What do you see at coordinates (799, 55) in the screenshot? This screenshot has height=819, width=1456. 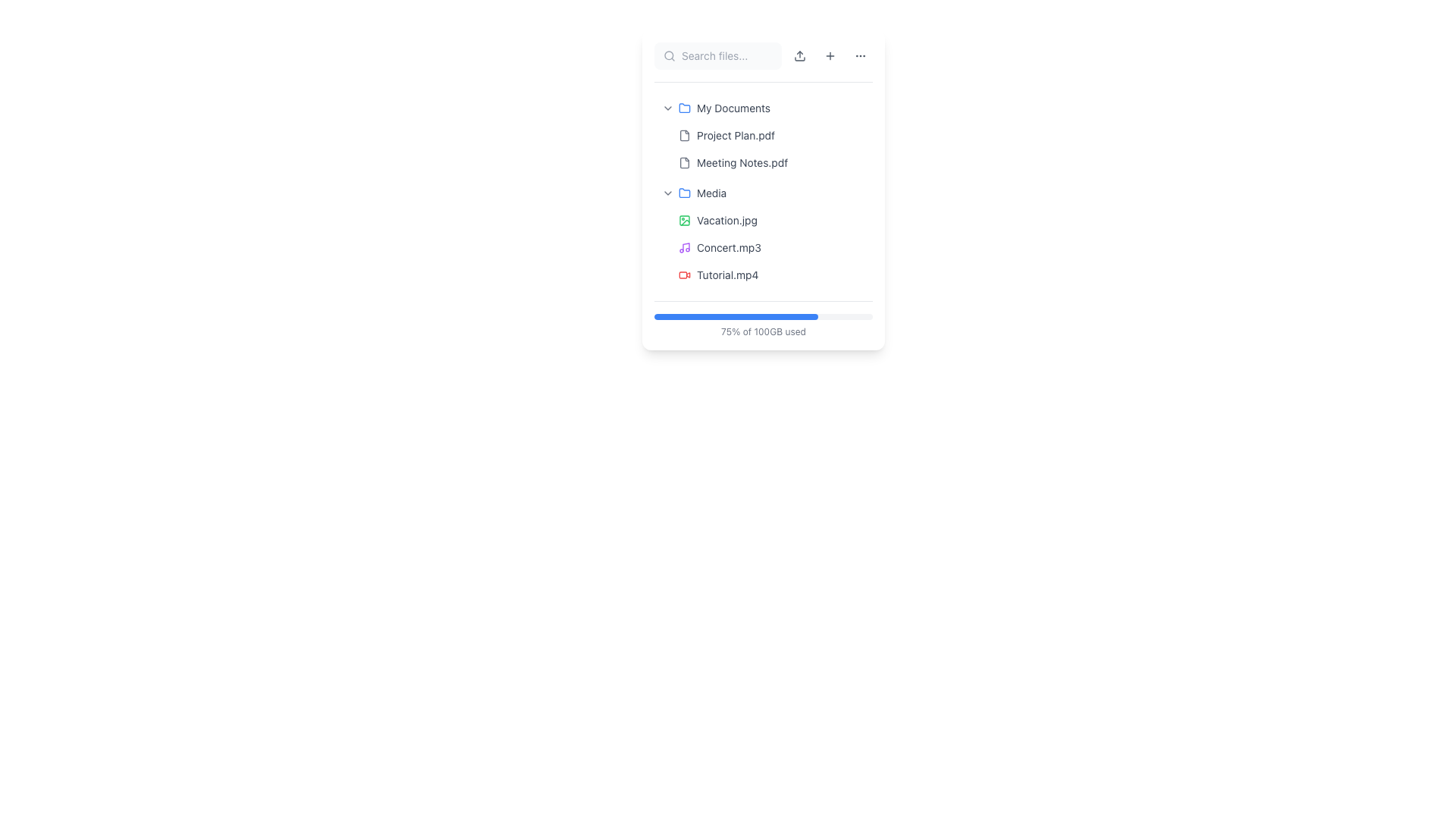 I see `the upload icon located at the top-right corner of the interface` at bounding box center [799, 55].